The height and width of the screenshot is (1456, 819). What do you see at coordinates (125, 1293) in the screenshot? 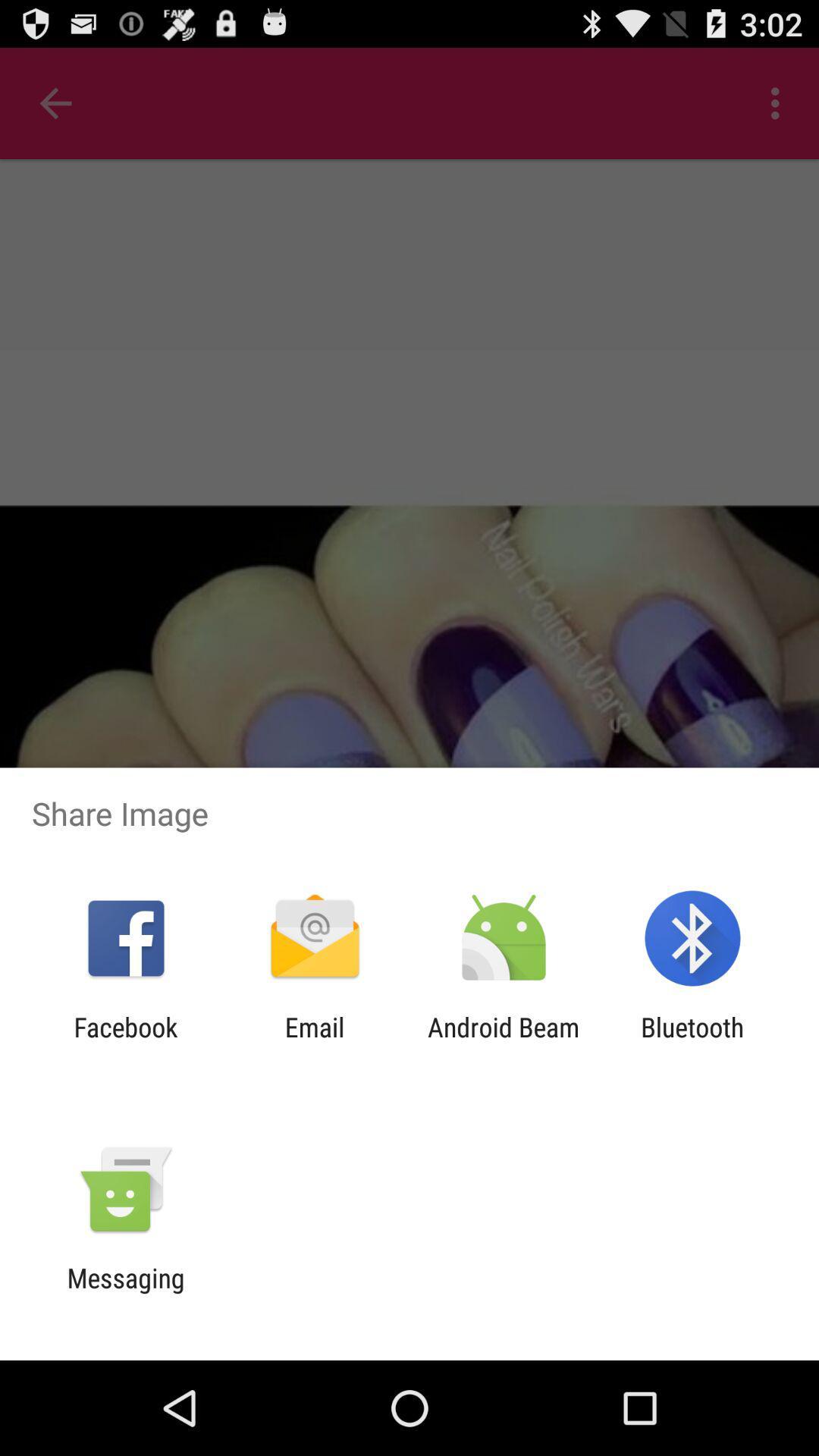
I see `messaging app` at bounding box center [125, 1293].